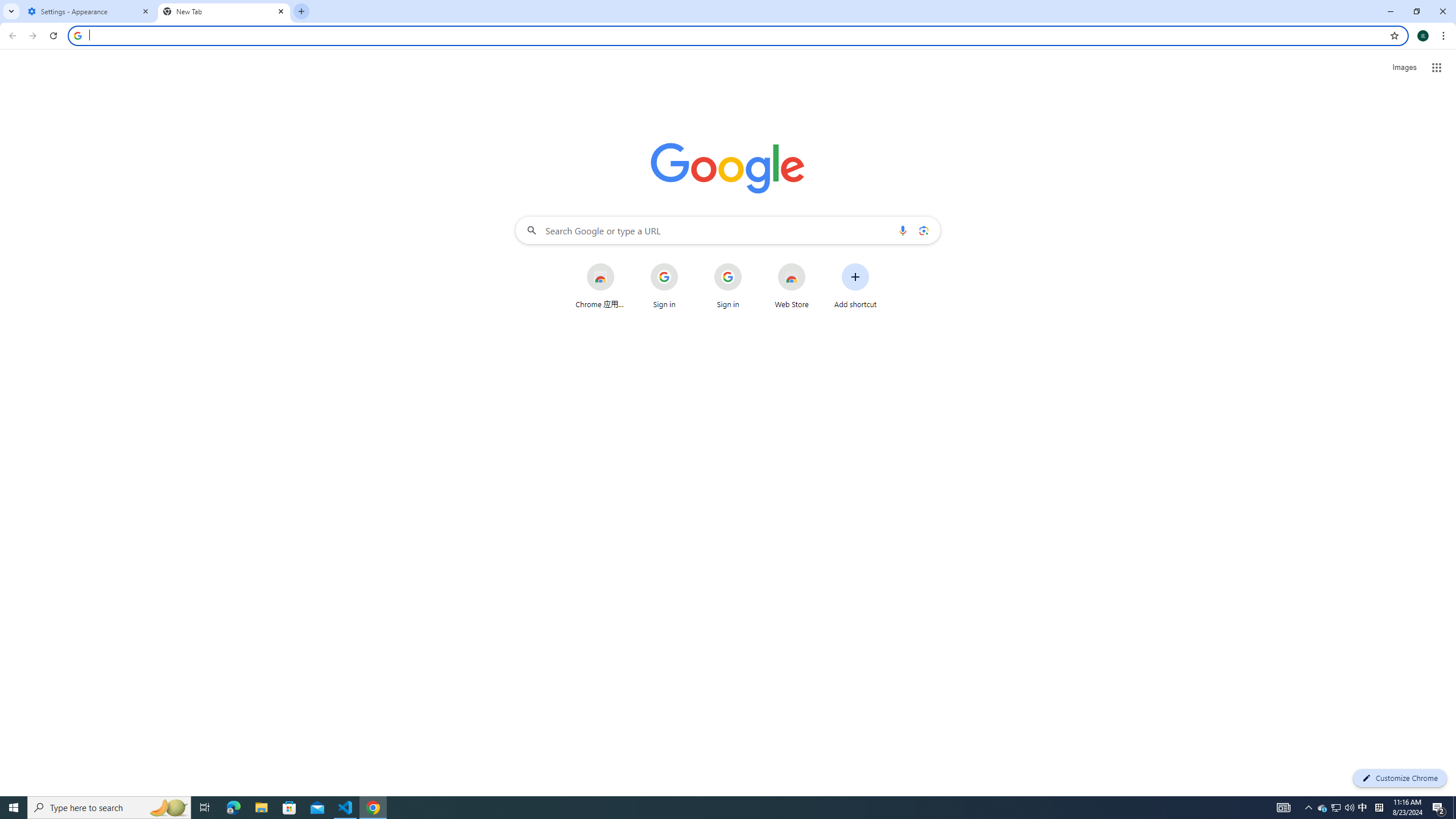 Image resolution: width=1456 pixels, height=819 pixels. Describe the element at coordinates (750, 264) in the screenshot. I see `'More actions for Sign in shortcut'` at that location.